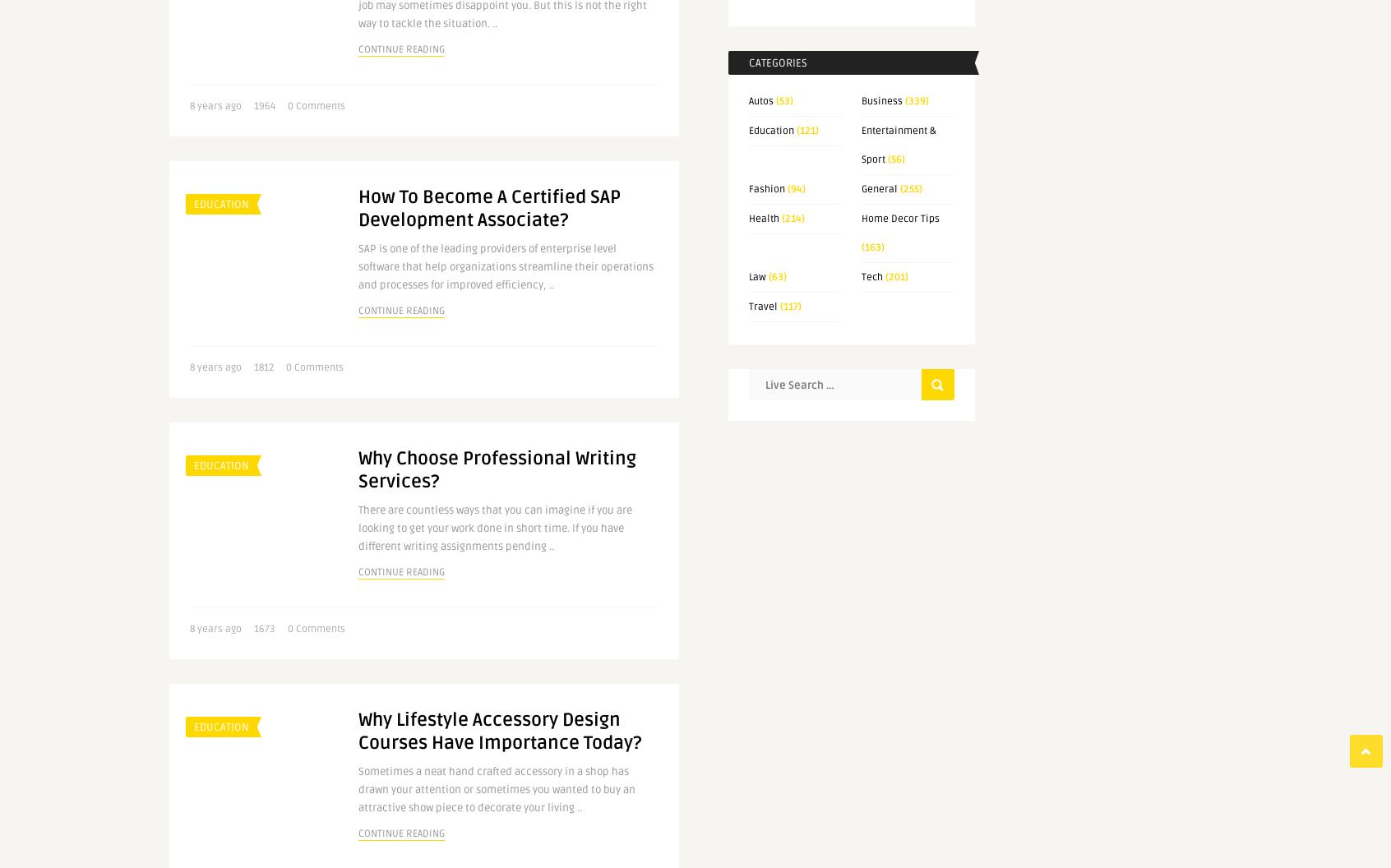 The height and width of the screenshot is (868, 1391). Describe the element at coordinates (757, 276) in the screenshot. I see `'Law'` at that location.